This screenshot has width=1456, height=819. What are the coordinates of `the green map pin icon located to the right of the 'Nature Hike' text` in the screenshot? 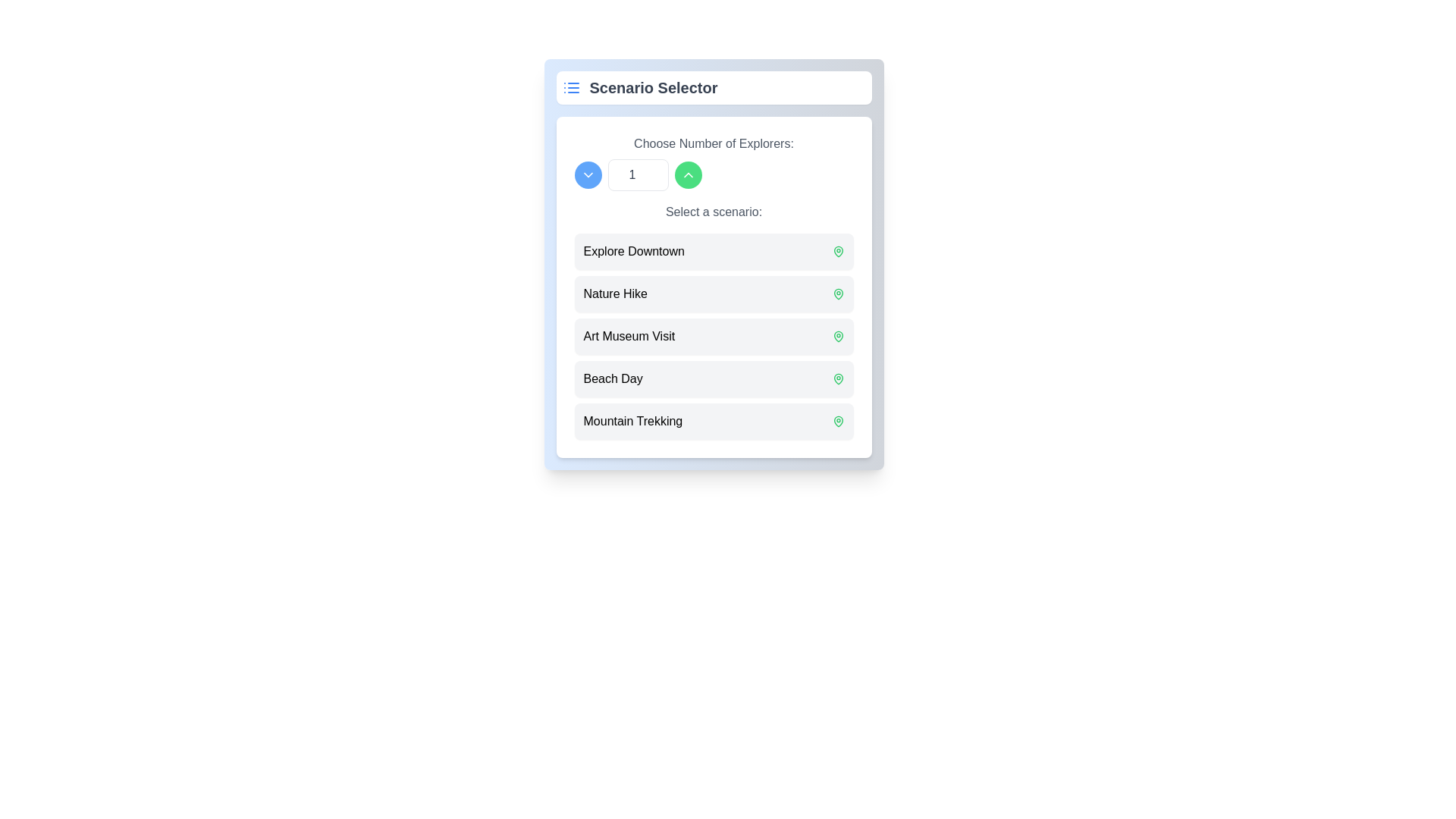 It's located at (837, 294).